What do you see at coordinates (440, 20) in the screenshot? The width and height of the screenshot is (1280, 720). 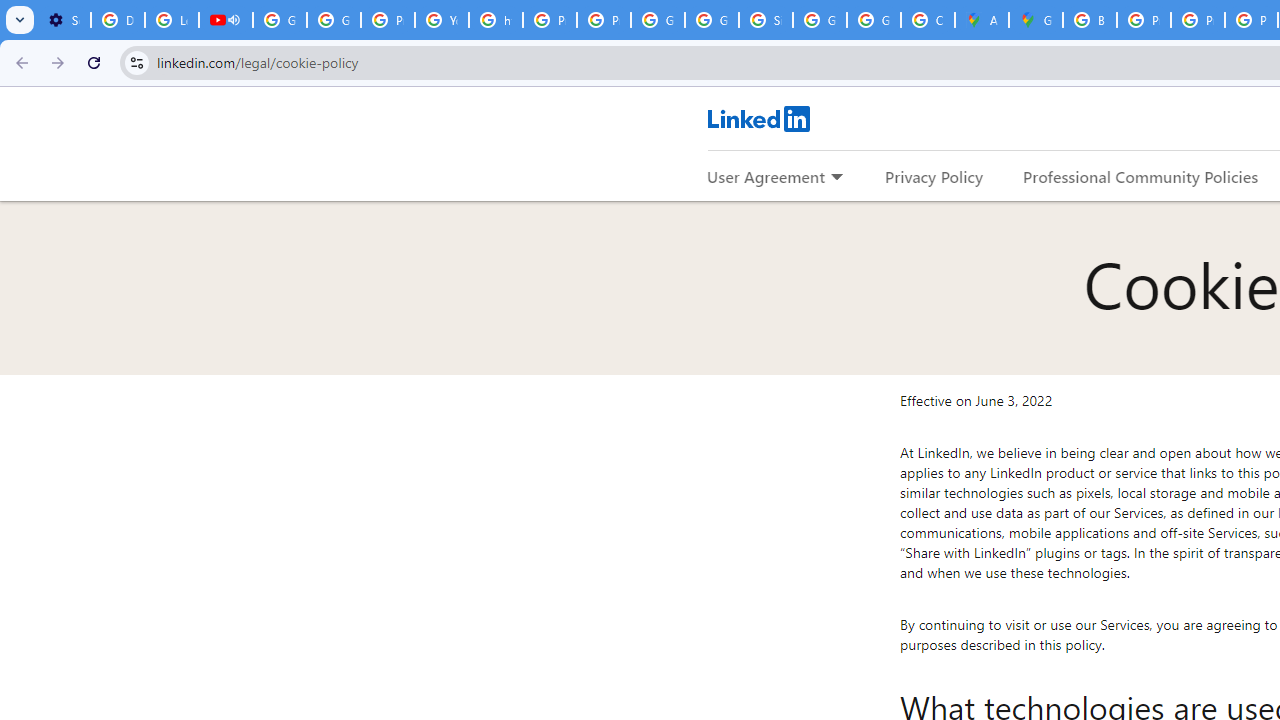 I see `'YouTube'` at bounding box center [440, 20].